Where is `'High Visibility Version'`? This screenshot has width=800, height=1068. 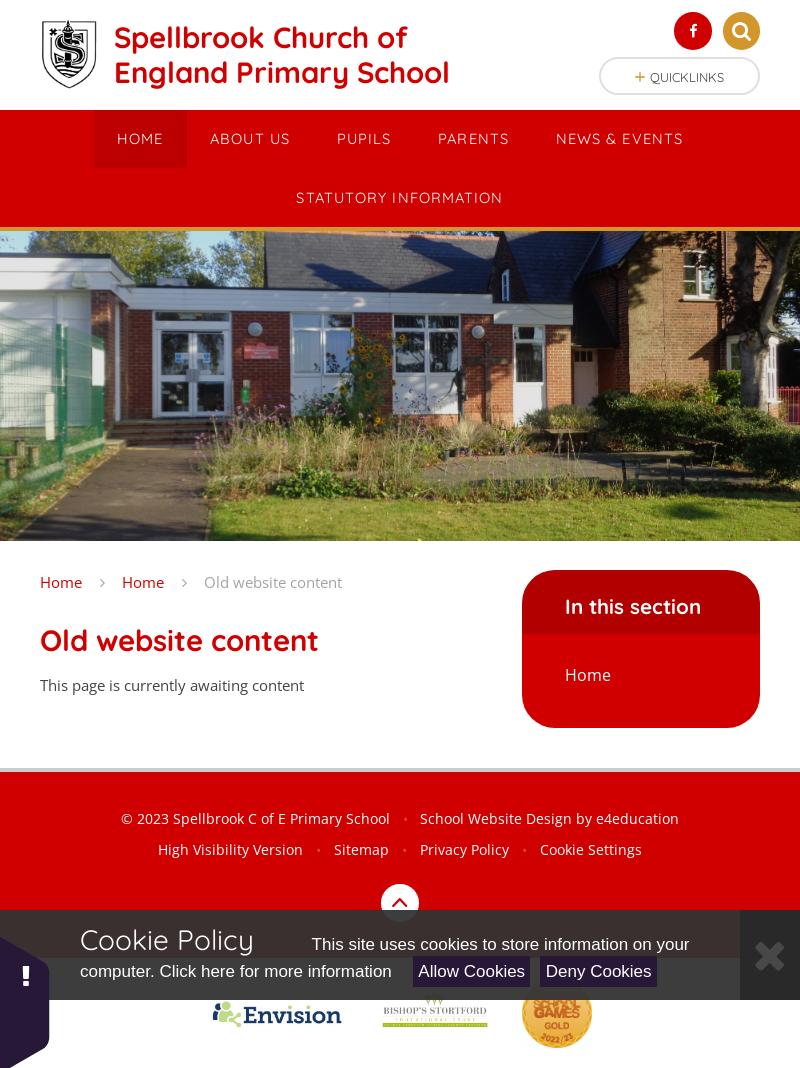 'High Visibility Version' is located at coordinates (230, 848).